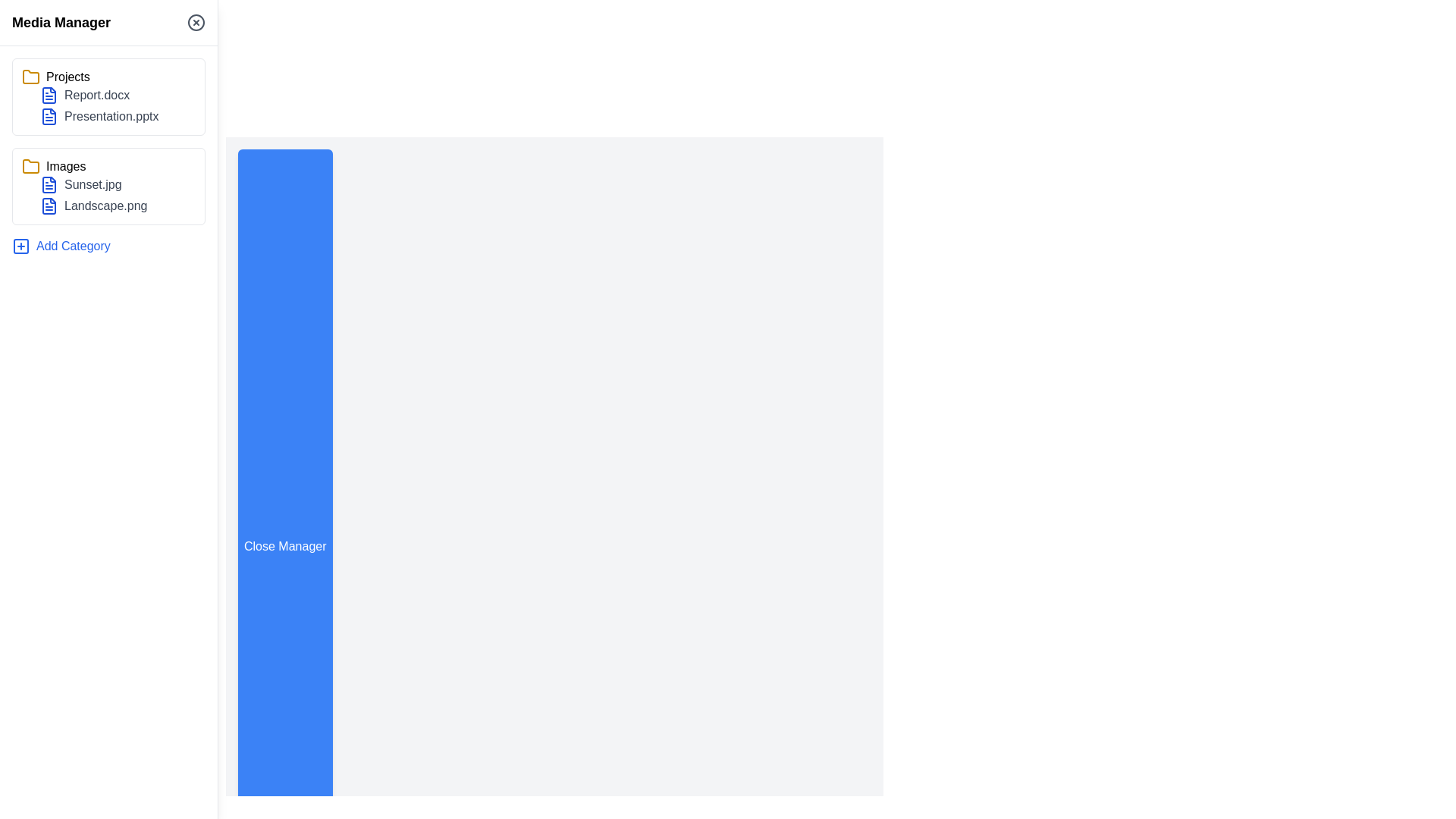  Describe the element at coordinates (49, 206) in the screenshot. I see `the blue outlined document icon next to the 'Landscape.png' text in the media manager under the 'Images' section` at that location.